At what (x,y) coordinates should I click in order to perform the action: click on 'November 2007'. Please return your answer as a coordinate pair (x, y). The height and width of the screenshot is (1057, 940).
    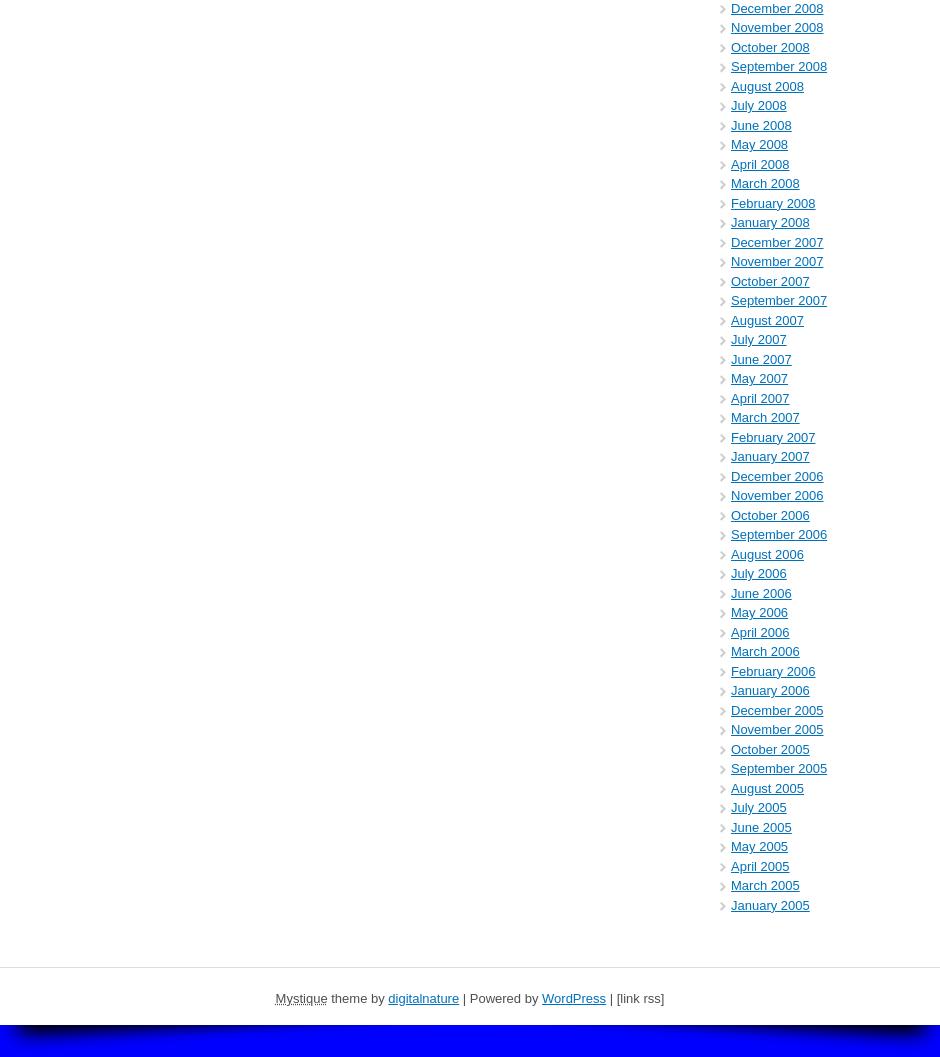
    Looking at the image, I should click on (776, 260).